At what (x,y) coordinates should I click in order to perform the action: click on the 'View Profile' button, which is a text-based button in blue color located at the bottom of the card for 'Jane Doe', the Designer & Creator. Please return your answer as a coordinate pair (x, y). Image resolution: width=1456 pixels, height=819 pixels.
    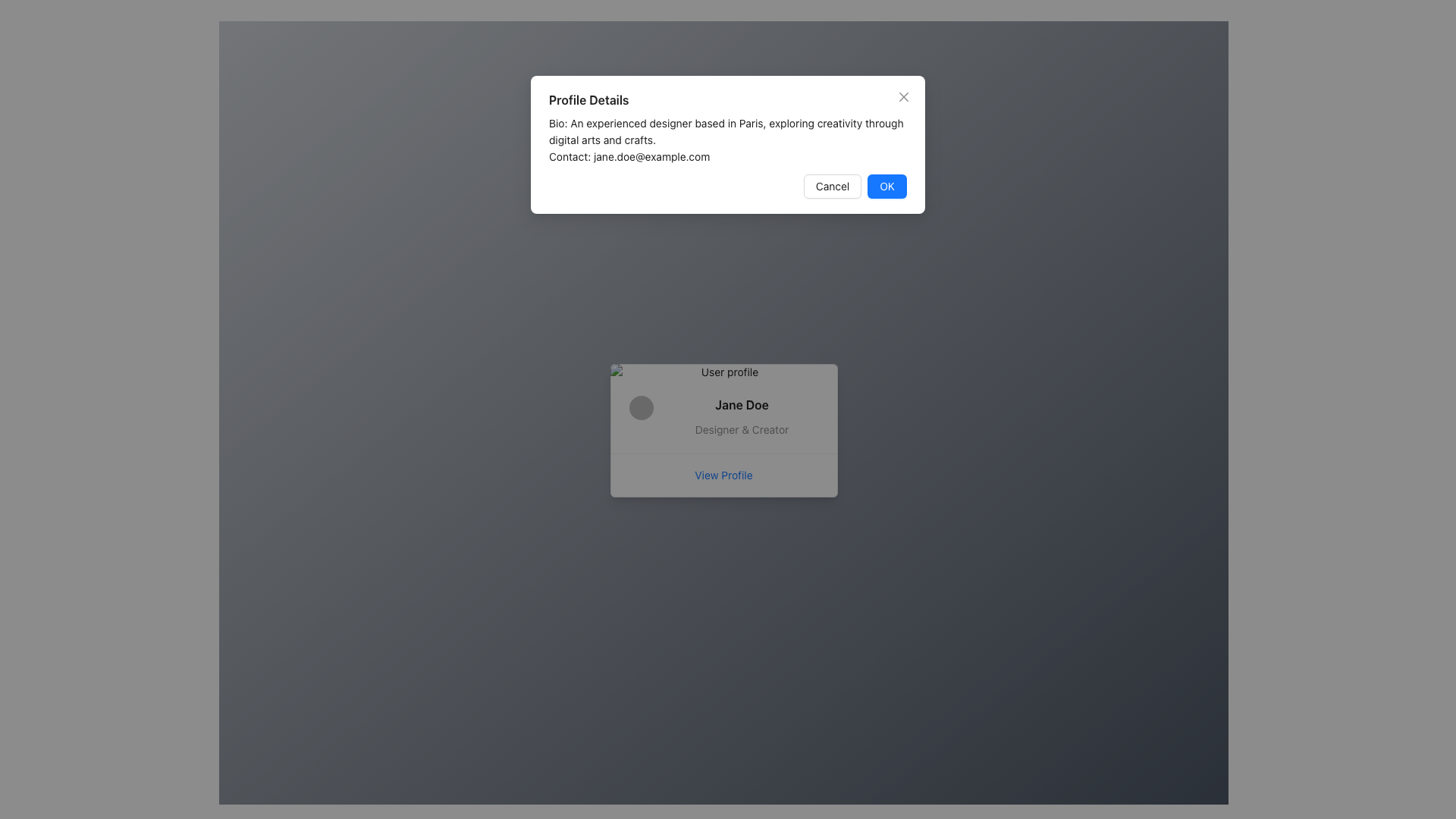
    Looking at the image, I should click on (723, 474).